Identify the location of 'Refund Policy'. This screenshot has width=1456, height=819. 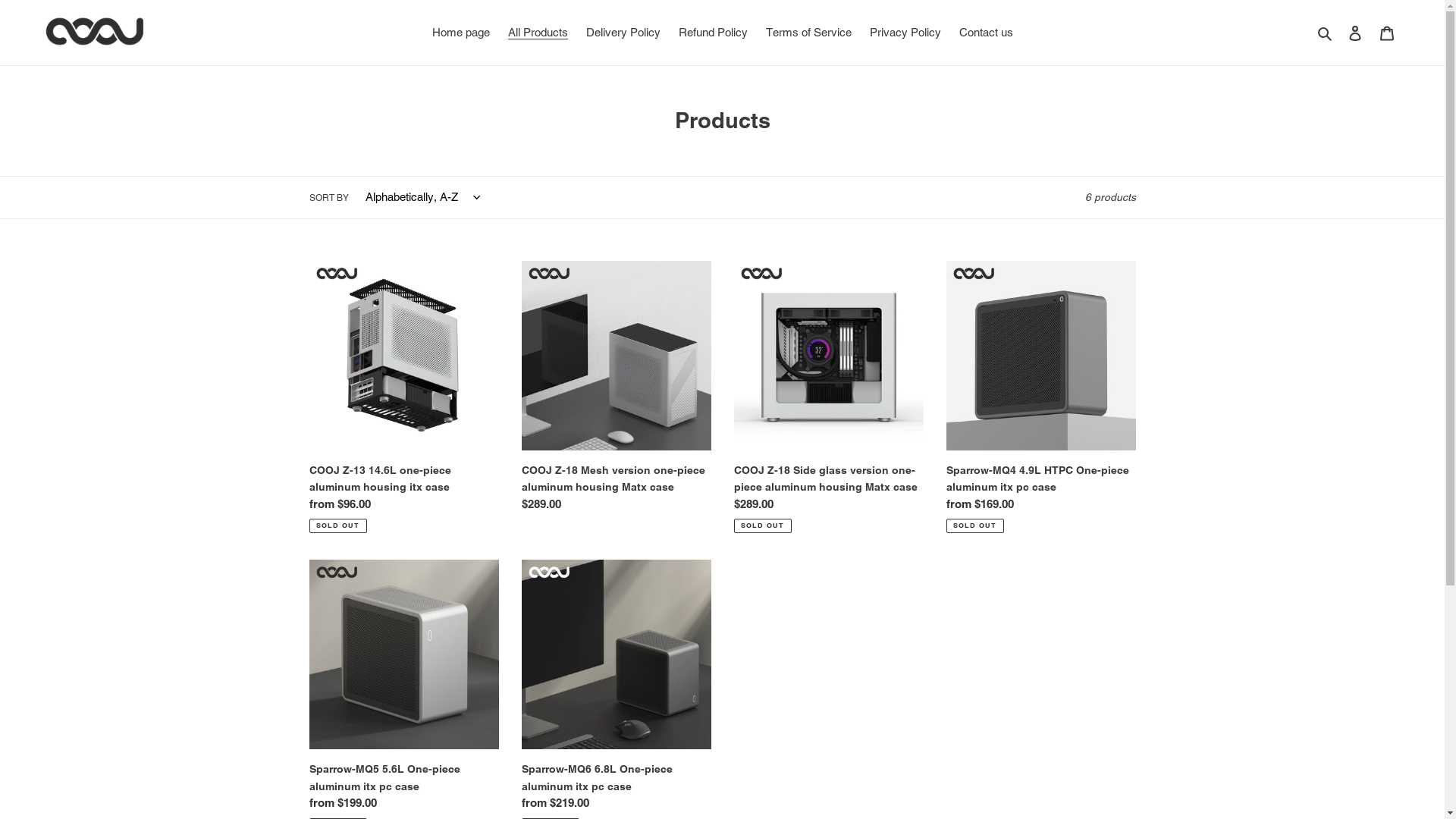
(711, 33).